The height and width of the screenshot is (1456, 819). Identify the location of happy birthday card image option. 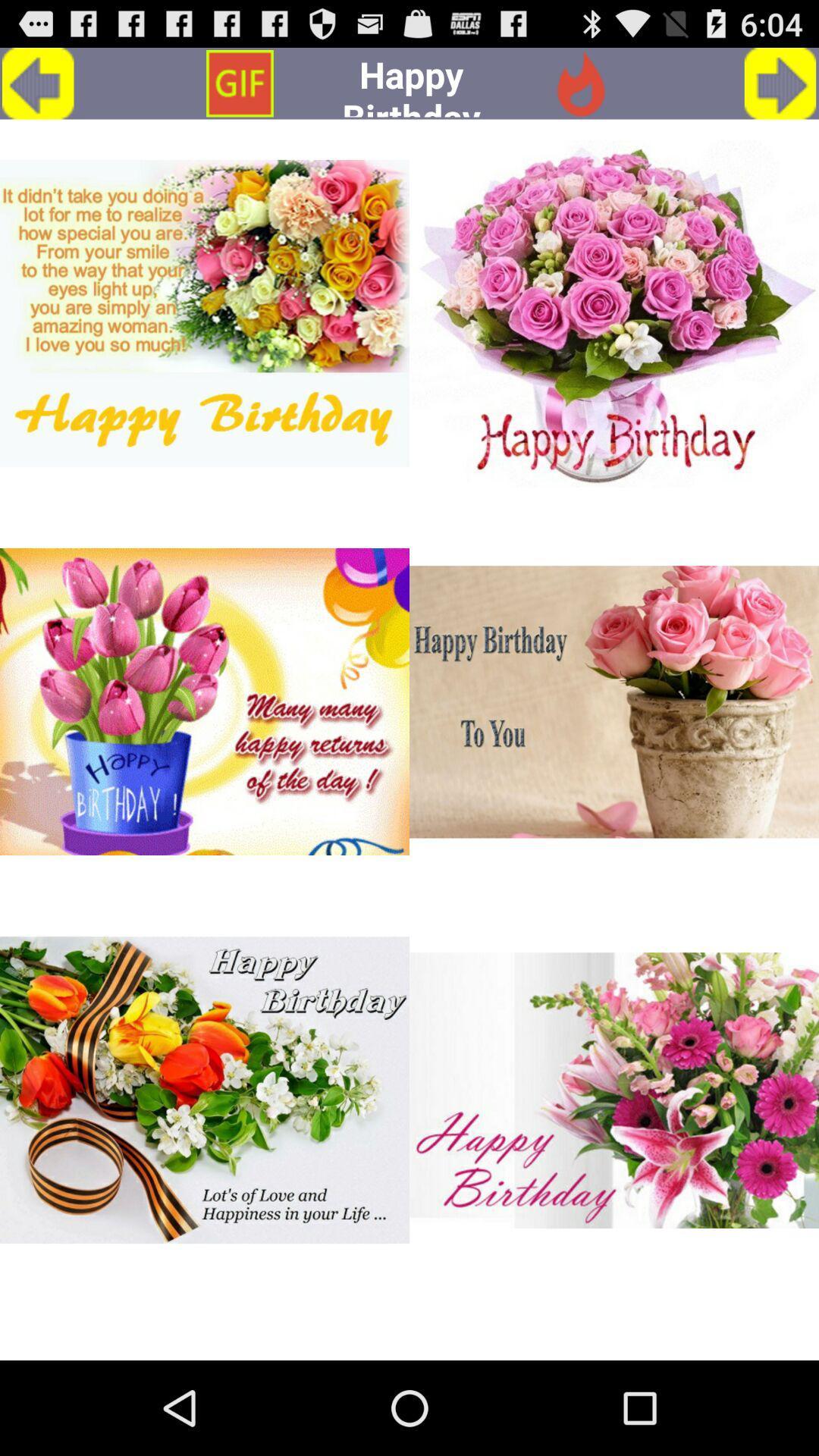
(614, 1090).